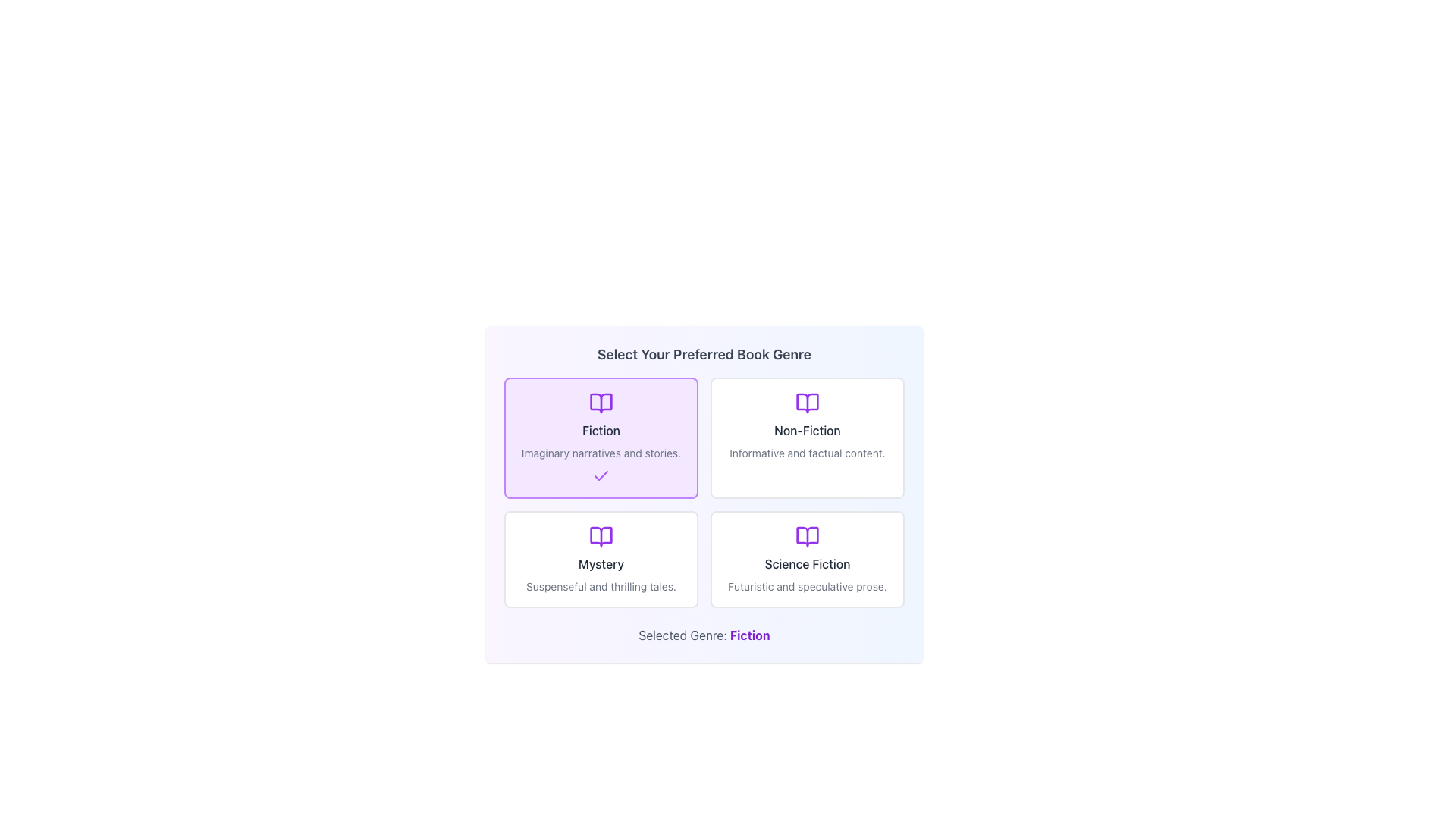 Image resolution: width=1456 pixels, height=819 pixels. Describe the element at coordinates (807, 586) in the screenshot. I see `the static text element that describes the 'Science Fiction' genre, which summarizes its theme with the phrase 'Futuristic and speculative prose.'` at that location.